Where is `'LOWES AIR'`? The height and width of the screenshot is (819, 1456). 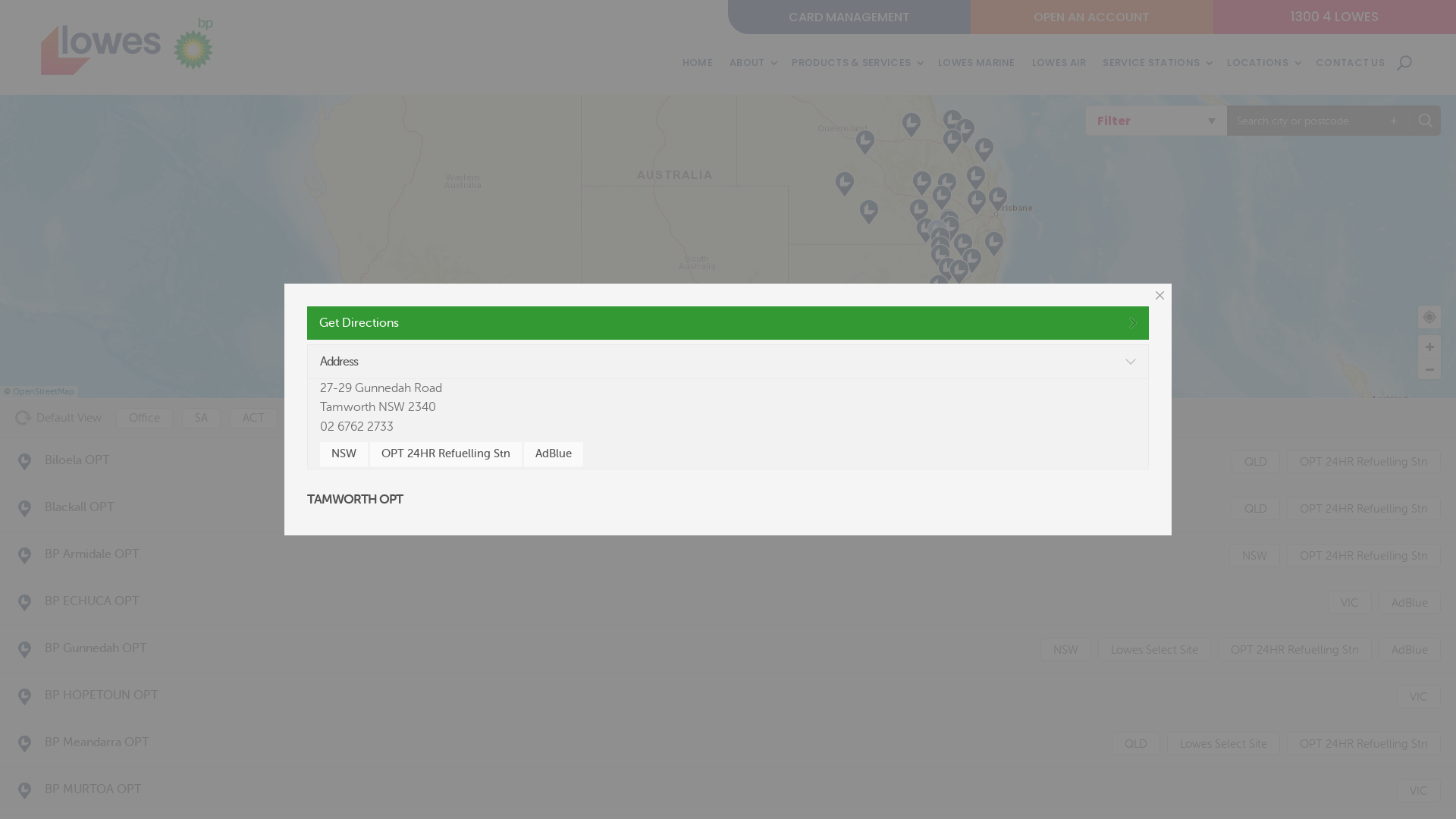
'LOWES AIR' is located at coordinates (1058, 62).